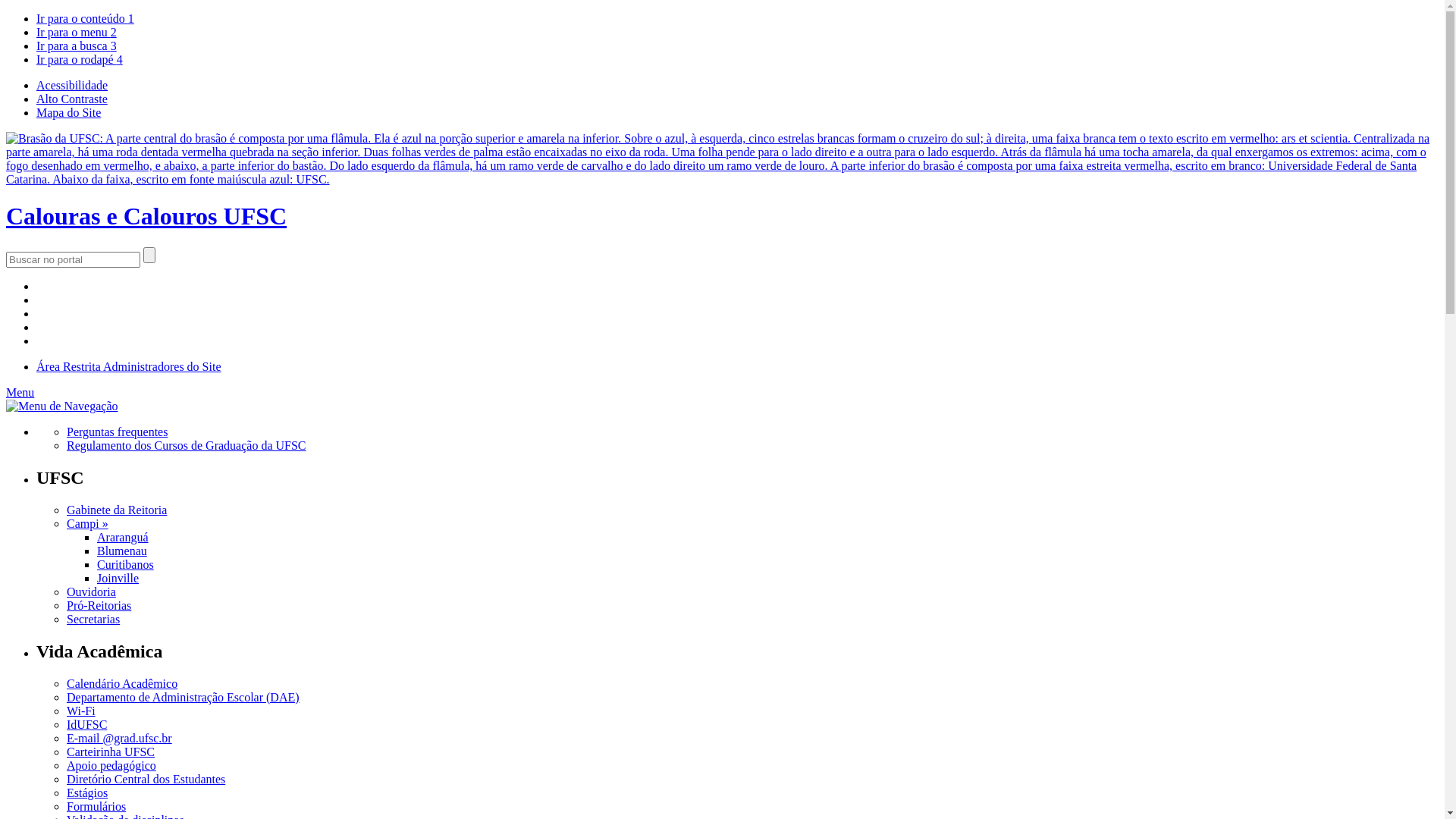 The height and width of the screenshot is (819, 1456). What do you see at coordinates (93, 619) in the screenshot?
I see `'Secretarias'` at bounding box center [93, 619].